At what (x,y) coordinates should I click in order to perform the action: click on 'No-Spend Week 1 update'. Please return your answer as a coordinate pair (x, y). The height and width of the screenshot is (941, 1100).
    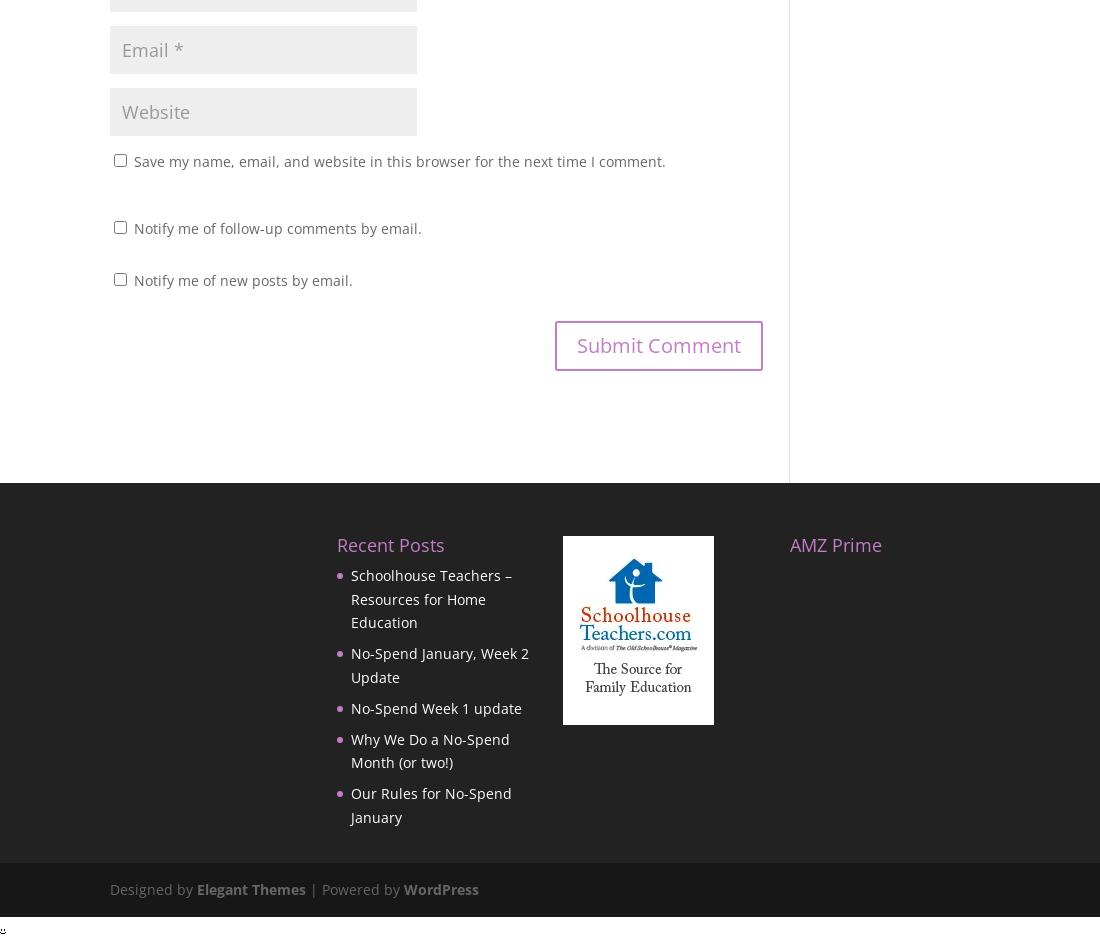
    Looking at the image, I should click on (434, 707).